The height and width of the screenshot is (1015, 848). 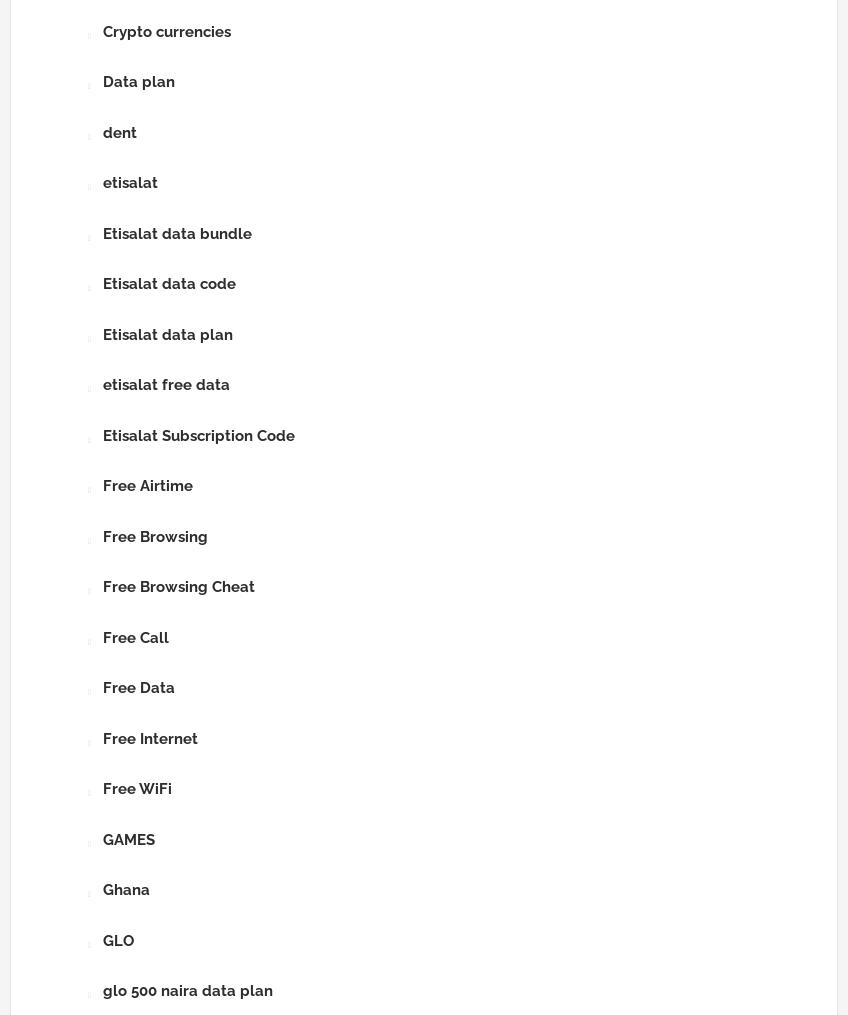 What do you see at coordinates (199, 435) in the screenshot?
I see `'Etisalat Subscription Code'` at bounding box center [199, 435].